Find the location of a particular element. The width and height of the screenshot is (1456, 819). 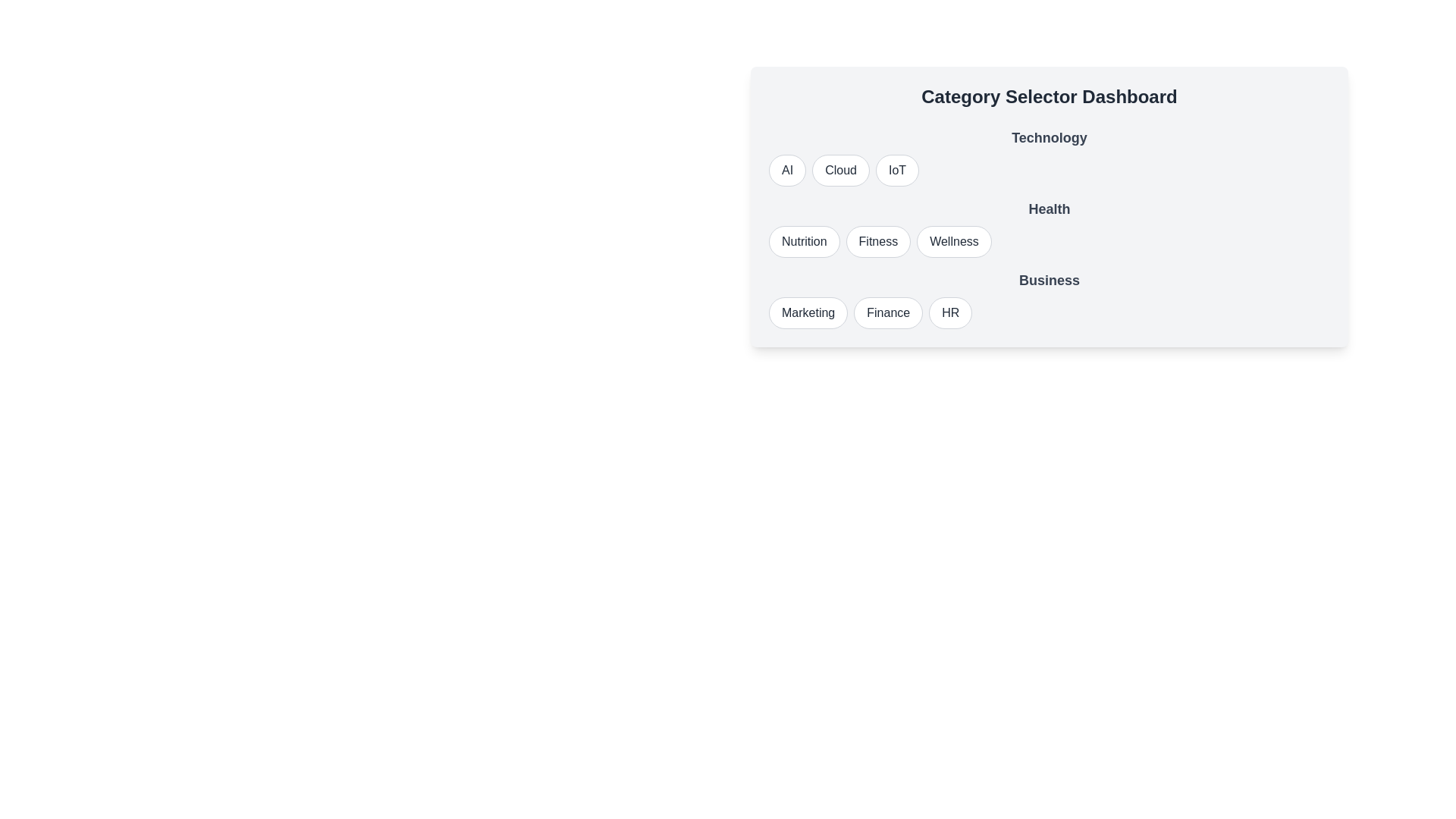

the button labeled HR to observe its visual change is located at coordinates (949, 312).